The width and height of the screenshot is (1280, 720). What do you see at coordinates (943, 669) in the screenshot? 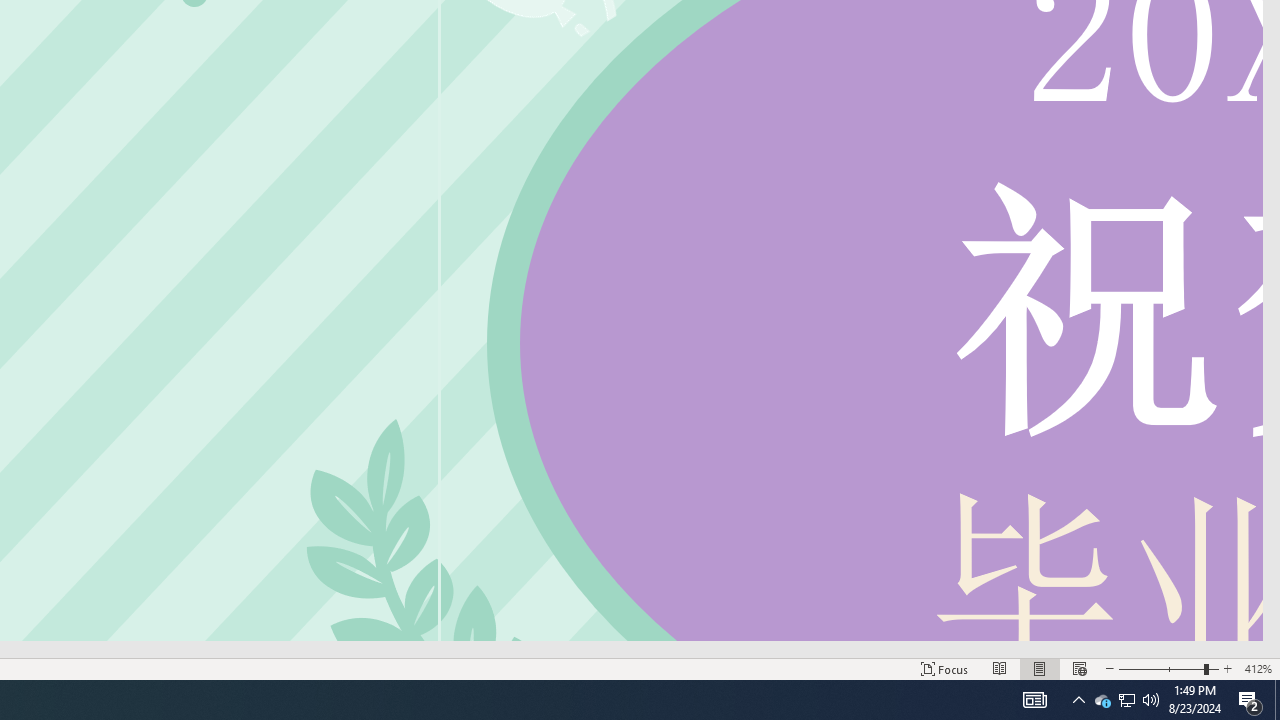
I see `'Focus '` at bounding box center [943, 669].